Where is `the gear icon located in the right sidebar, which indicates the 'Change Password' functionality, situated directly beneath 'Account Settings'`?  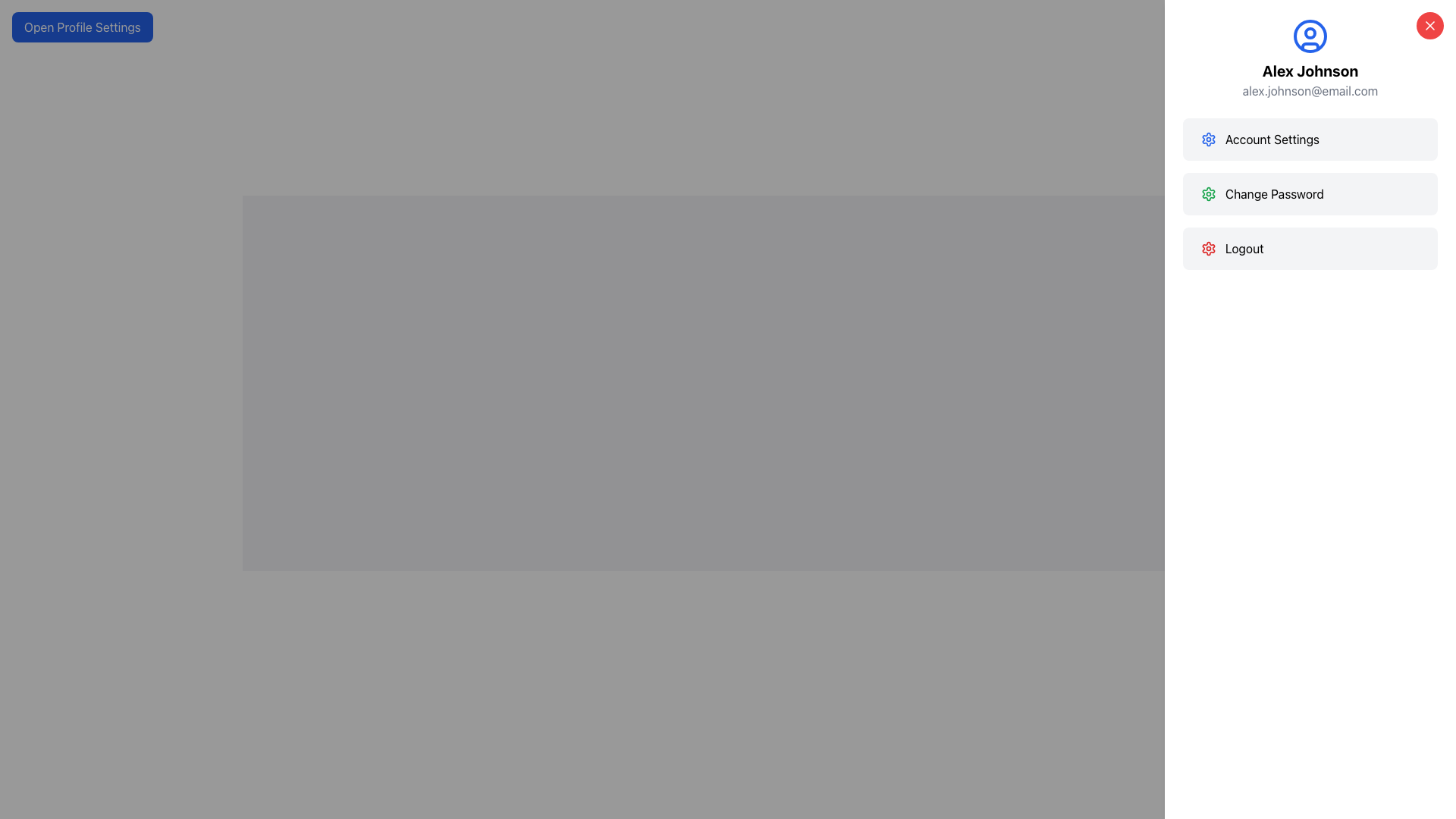
the gear icon located in the right sidebar, which indicates the 'Change Password' functionality, situated directly beneath 'Account Settings' is located at coordinates (1207, 193).